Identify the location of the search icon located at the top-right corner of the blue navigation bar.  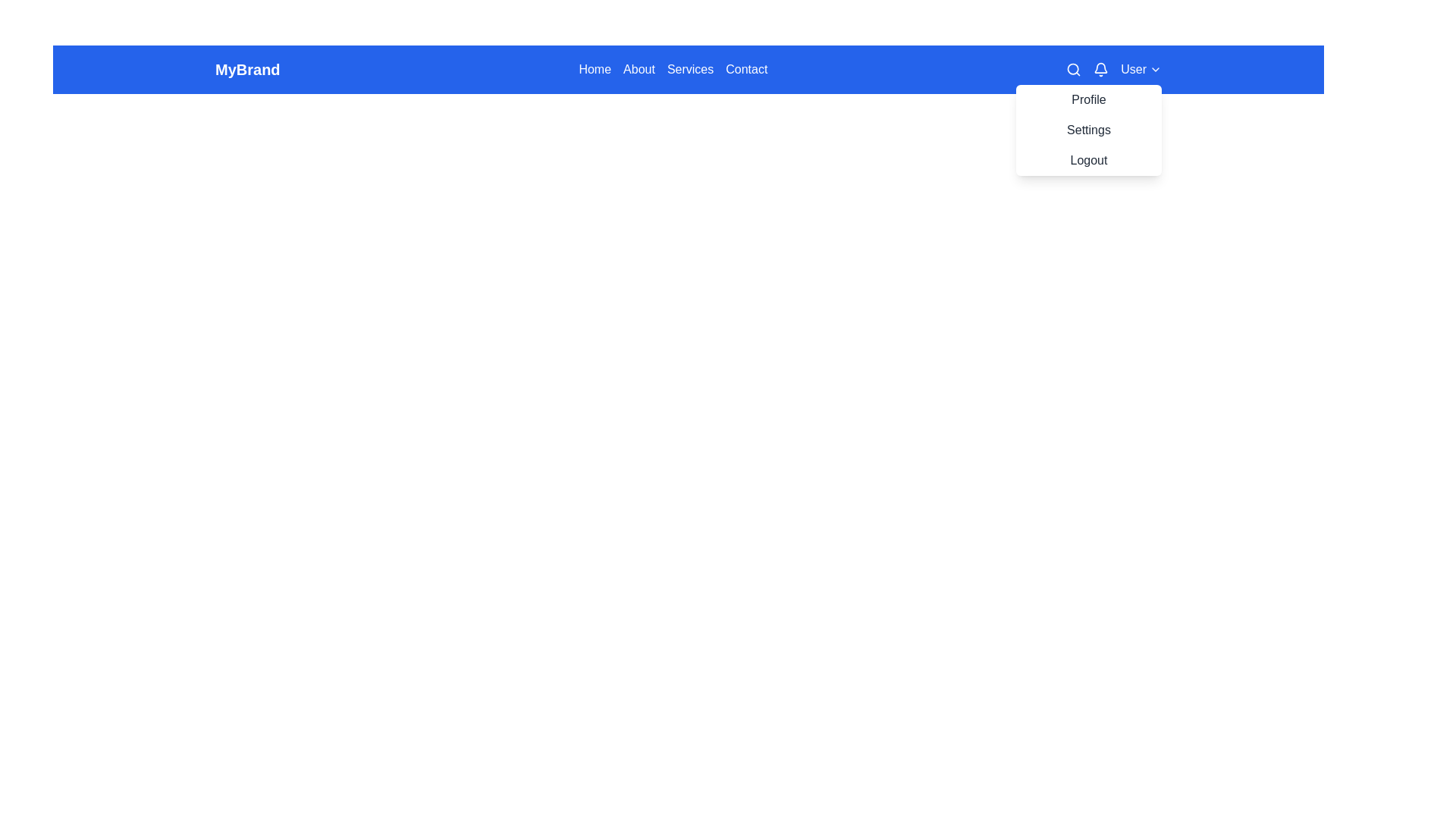
(1073, 70).